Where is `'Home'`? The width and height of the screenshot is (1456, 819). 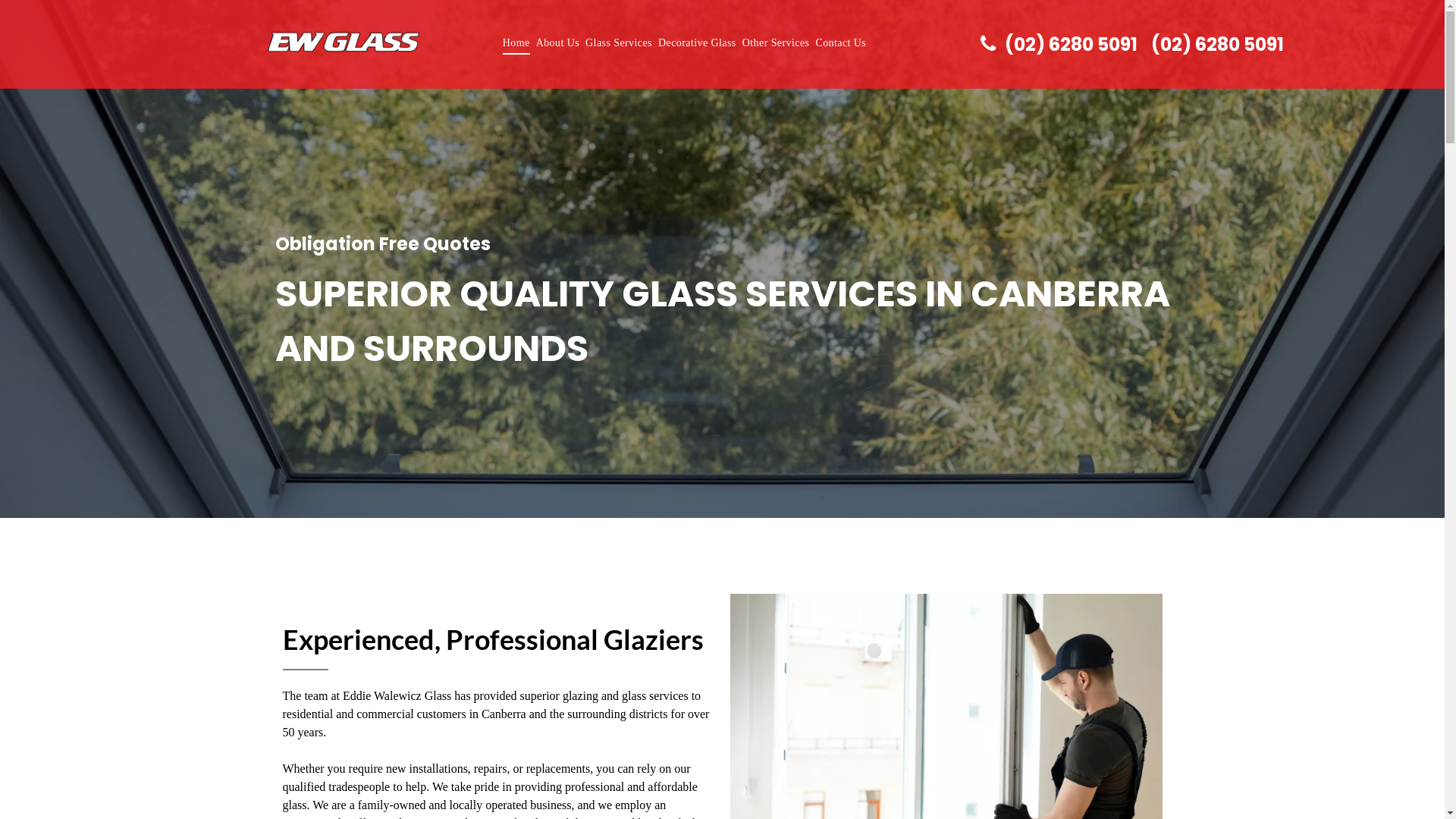
'Home' is located at coordinates (516, 42).